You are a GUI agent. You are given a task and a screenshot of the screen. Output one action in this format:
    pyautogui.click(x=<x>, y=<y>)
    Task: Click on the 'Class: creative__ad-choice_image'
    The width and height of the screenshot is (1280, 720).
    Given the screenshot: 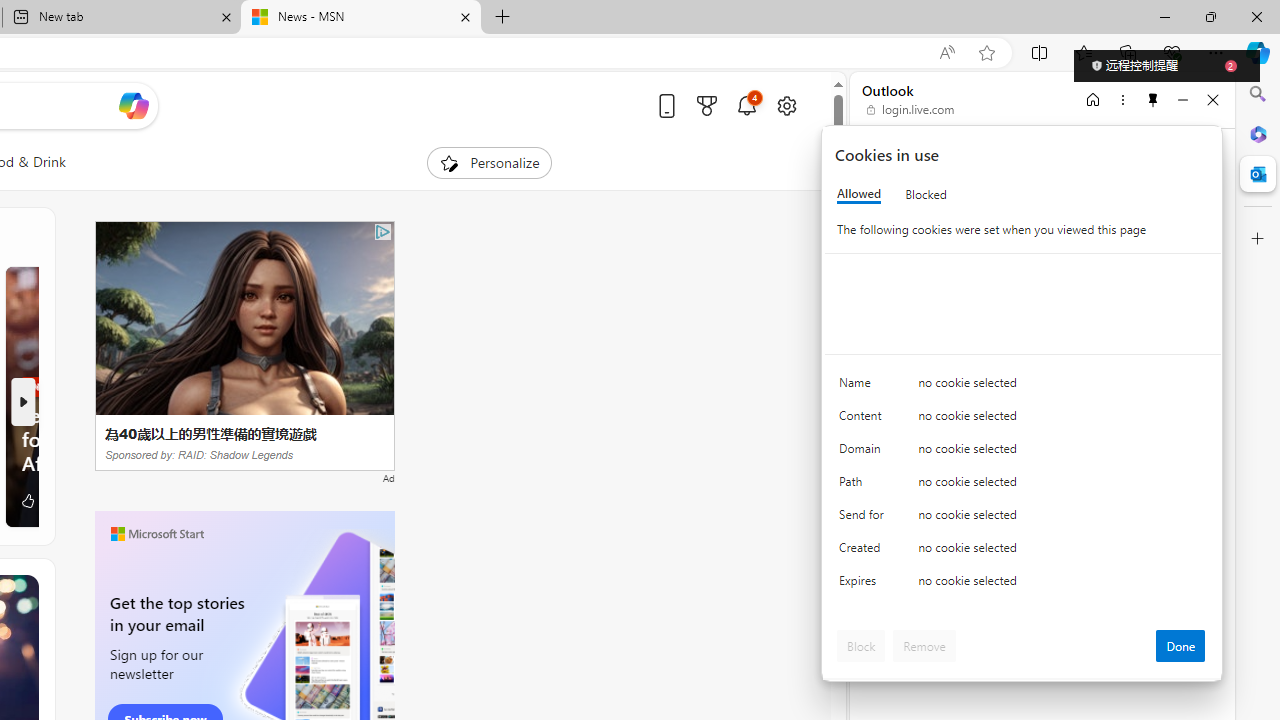 What is the action you would take?
    pyautogui.click(x=383, y=230)
    